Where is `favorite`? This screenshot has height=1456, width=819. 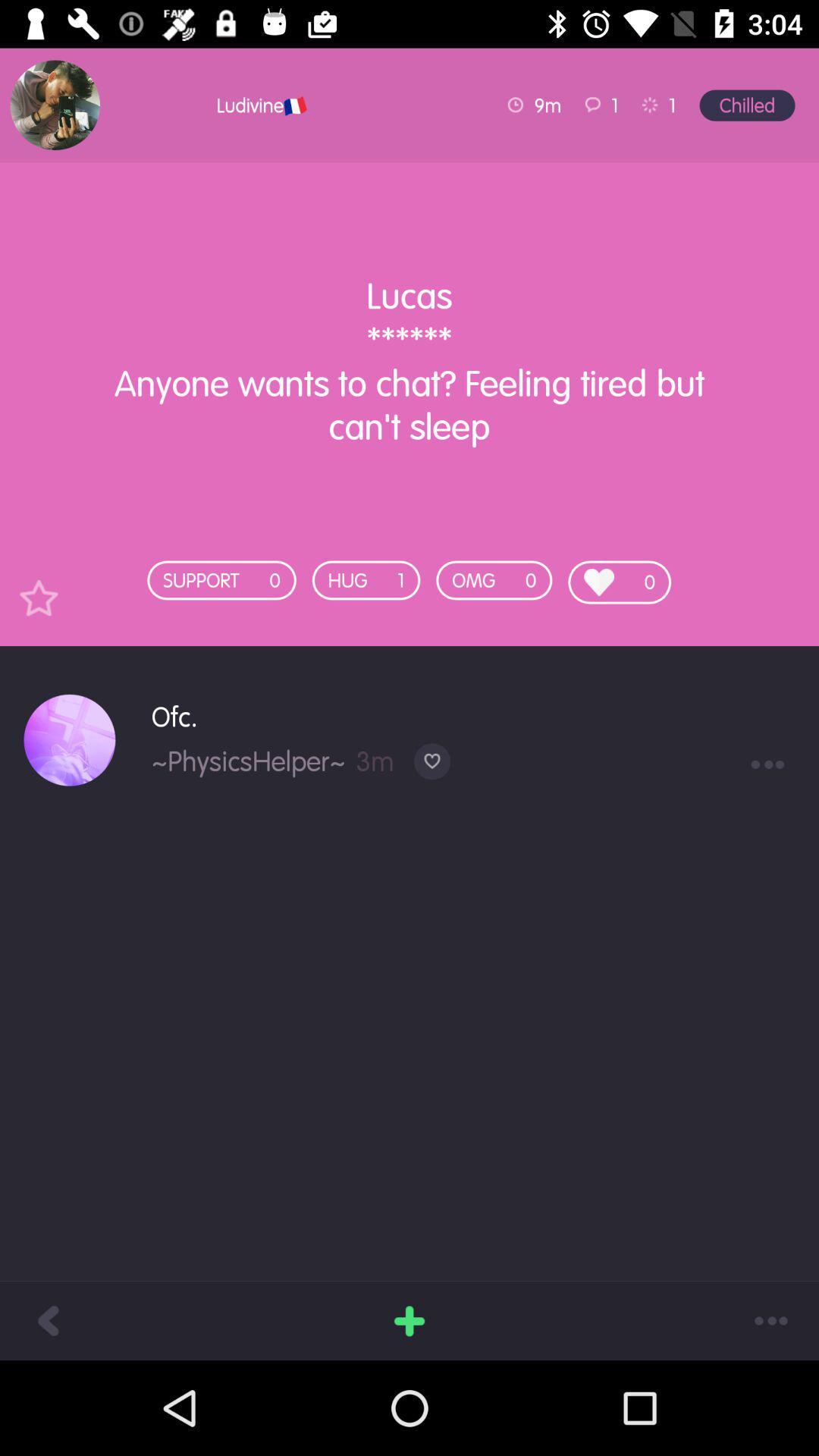 favorite is located at coordinates (38, 597).